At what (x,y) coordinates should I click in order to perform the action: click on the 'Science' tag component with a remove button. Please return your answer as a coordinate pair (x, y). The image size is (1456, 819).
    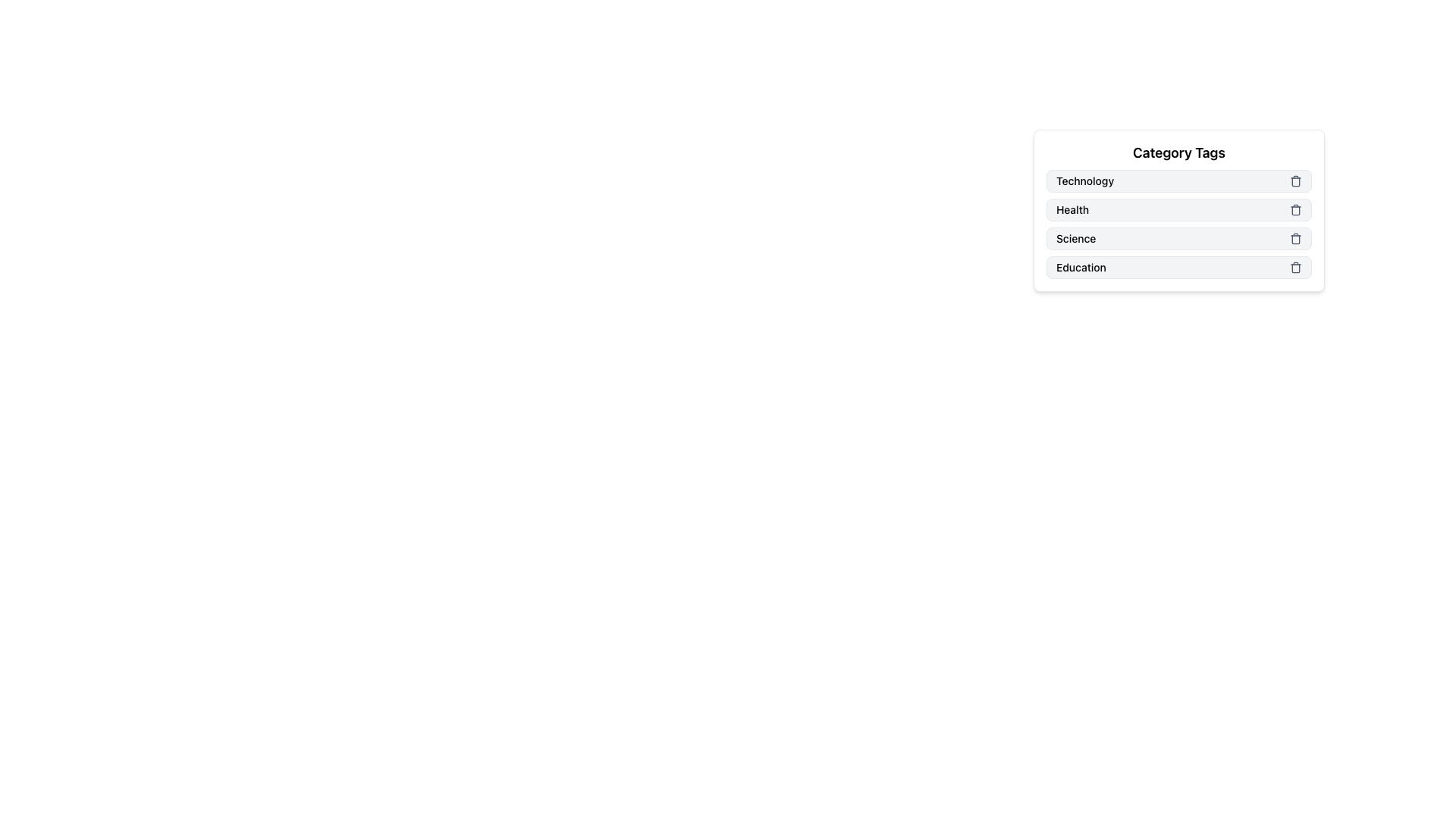
    Looking at the image, I should click on (1178, 239).